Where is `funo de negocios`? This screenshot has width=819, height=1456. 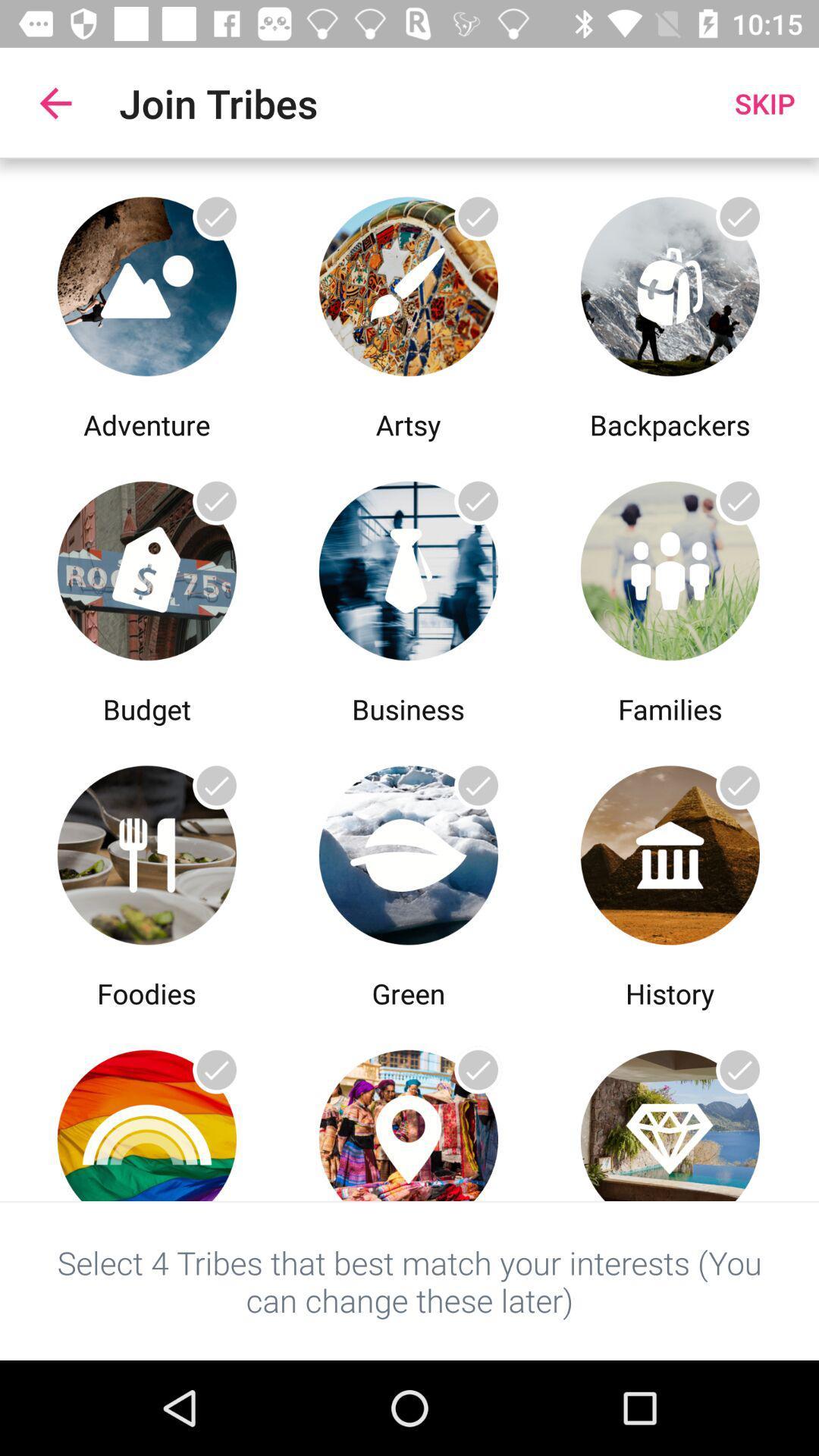
funo de negocios is located at coordinates (407, 566).